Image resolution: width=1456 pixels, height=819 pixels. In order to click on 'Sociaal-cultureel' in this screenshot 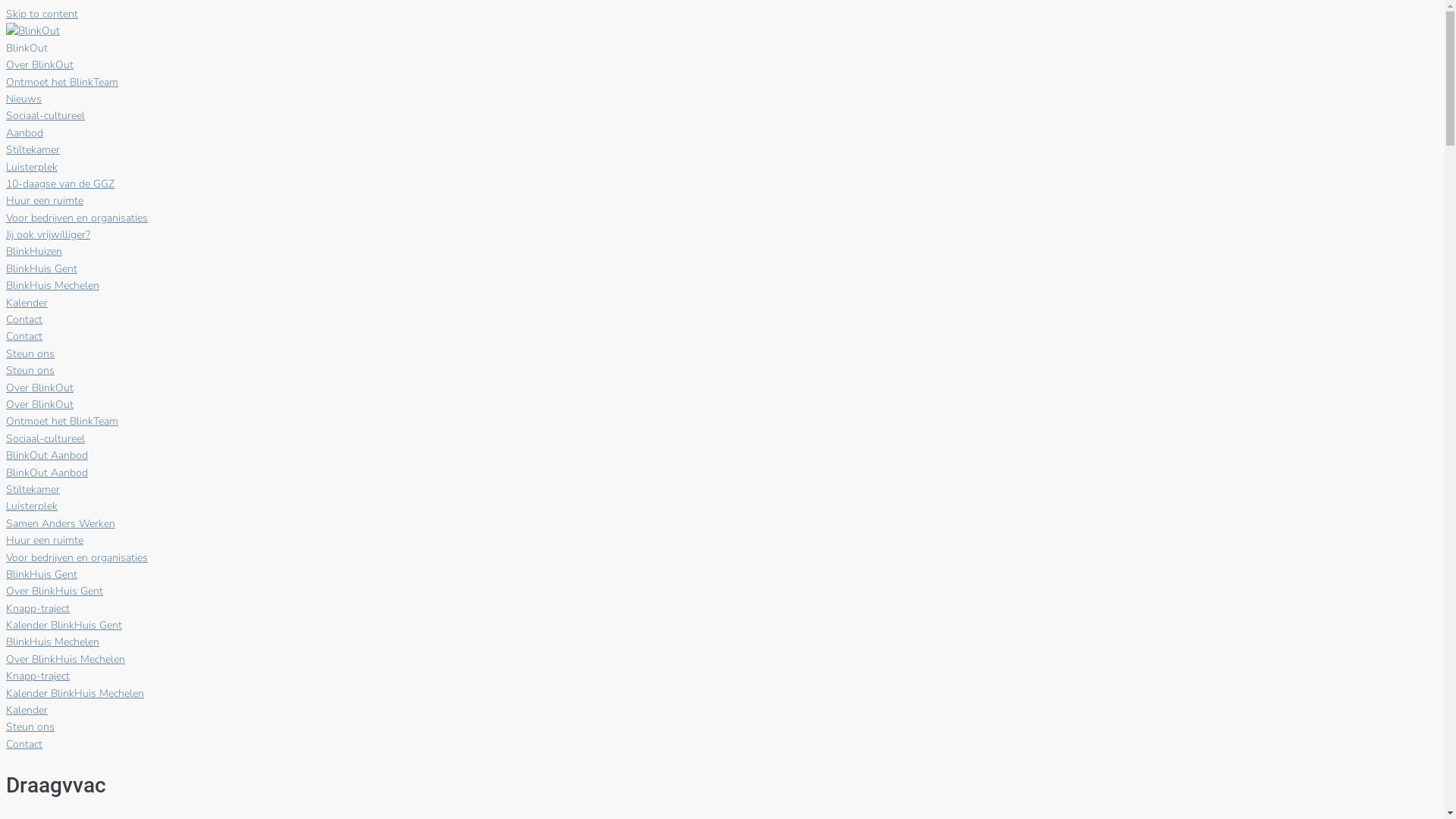, I will do `click(45, 115)`.